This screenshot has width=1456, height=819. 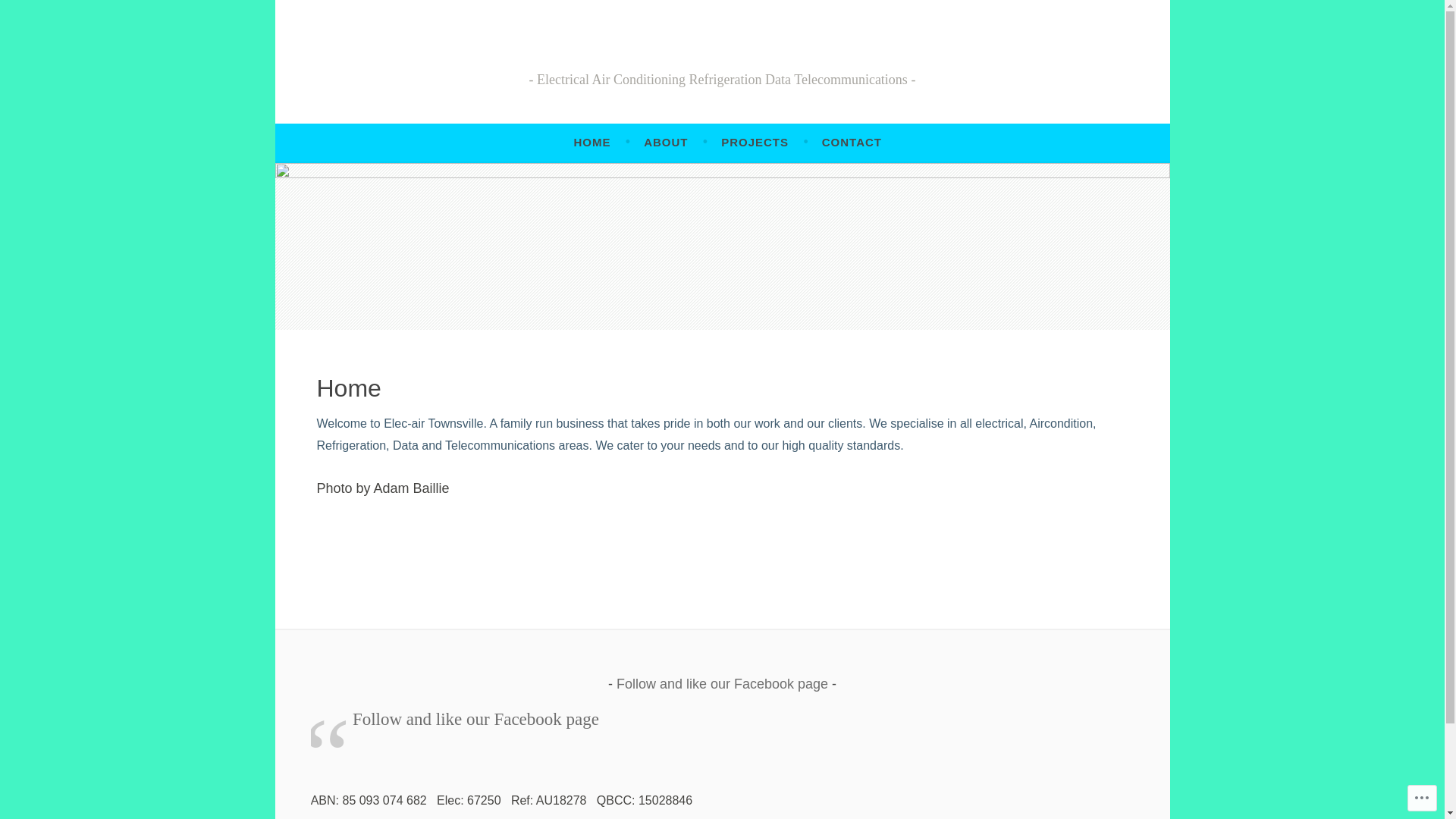 I want to click on 'PROJECTS', so click(x=755, y=143).